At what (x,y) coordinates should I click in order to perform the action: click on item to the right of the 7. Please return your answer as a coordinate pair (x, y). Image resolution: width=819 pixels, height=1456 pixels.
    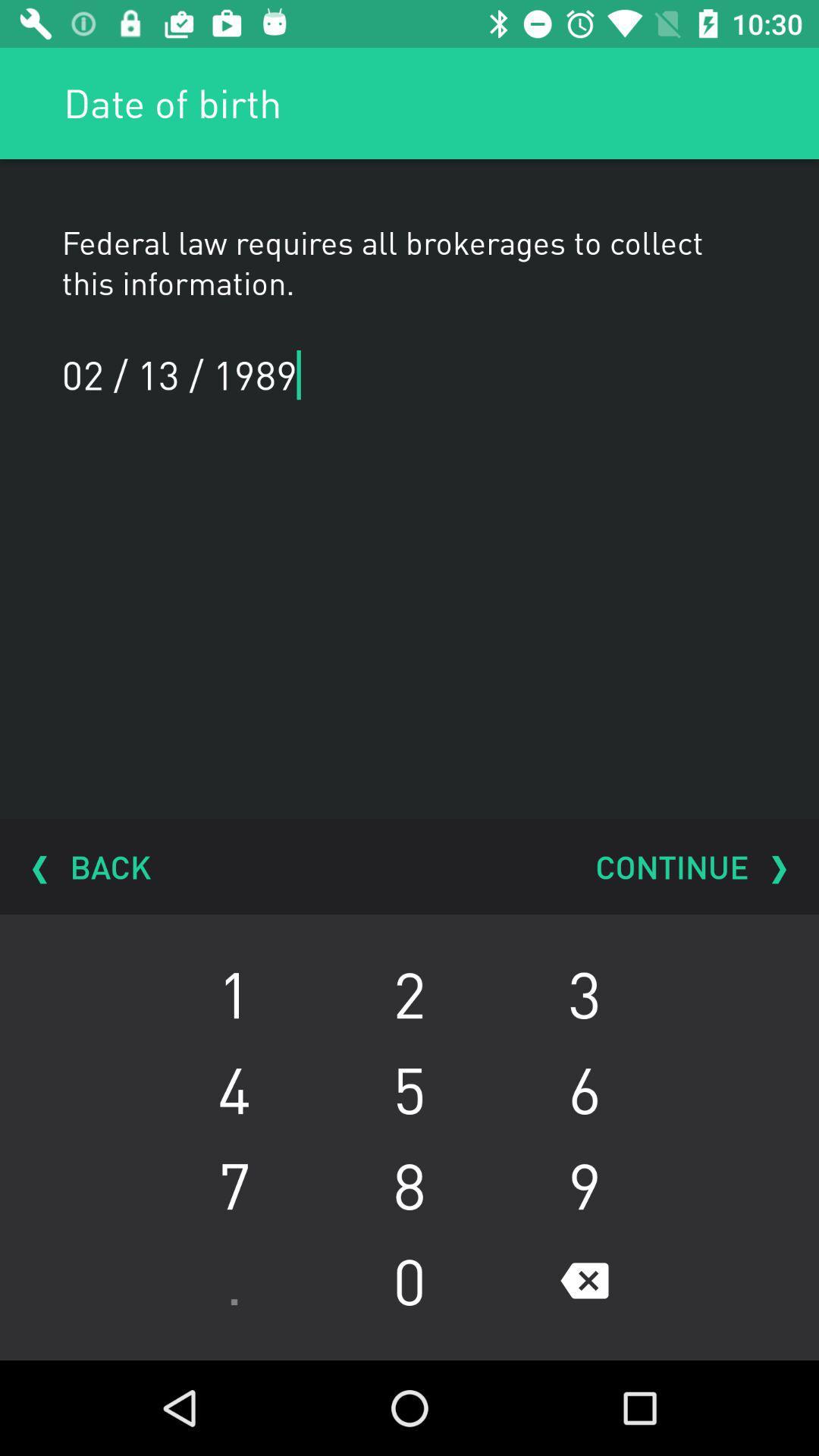
    Looking at the image, I should click on (409, 1280).